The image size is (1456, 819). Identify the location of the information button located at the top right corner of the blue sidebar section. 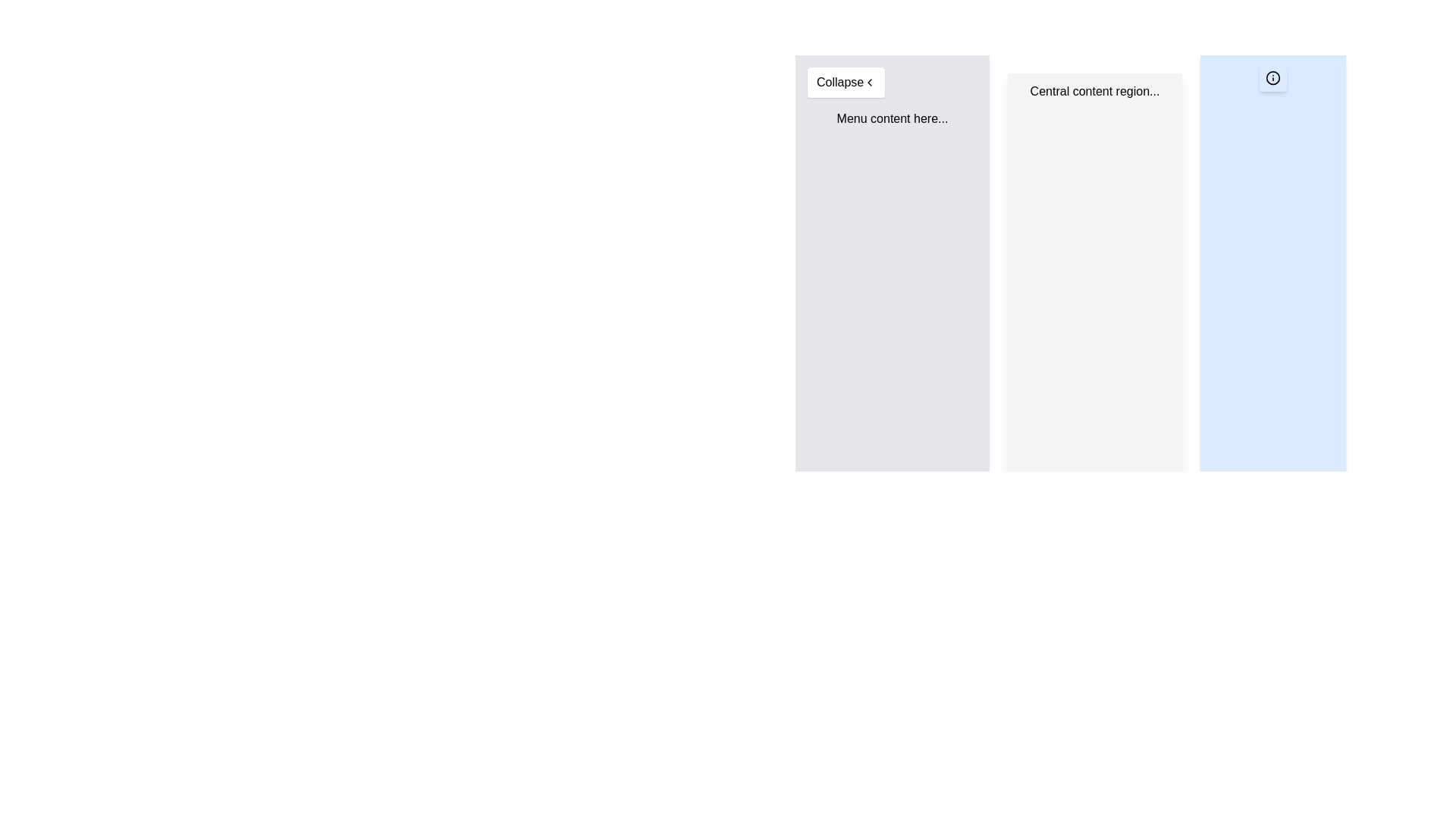
(1273, 78).